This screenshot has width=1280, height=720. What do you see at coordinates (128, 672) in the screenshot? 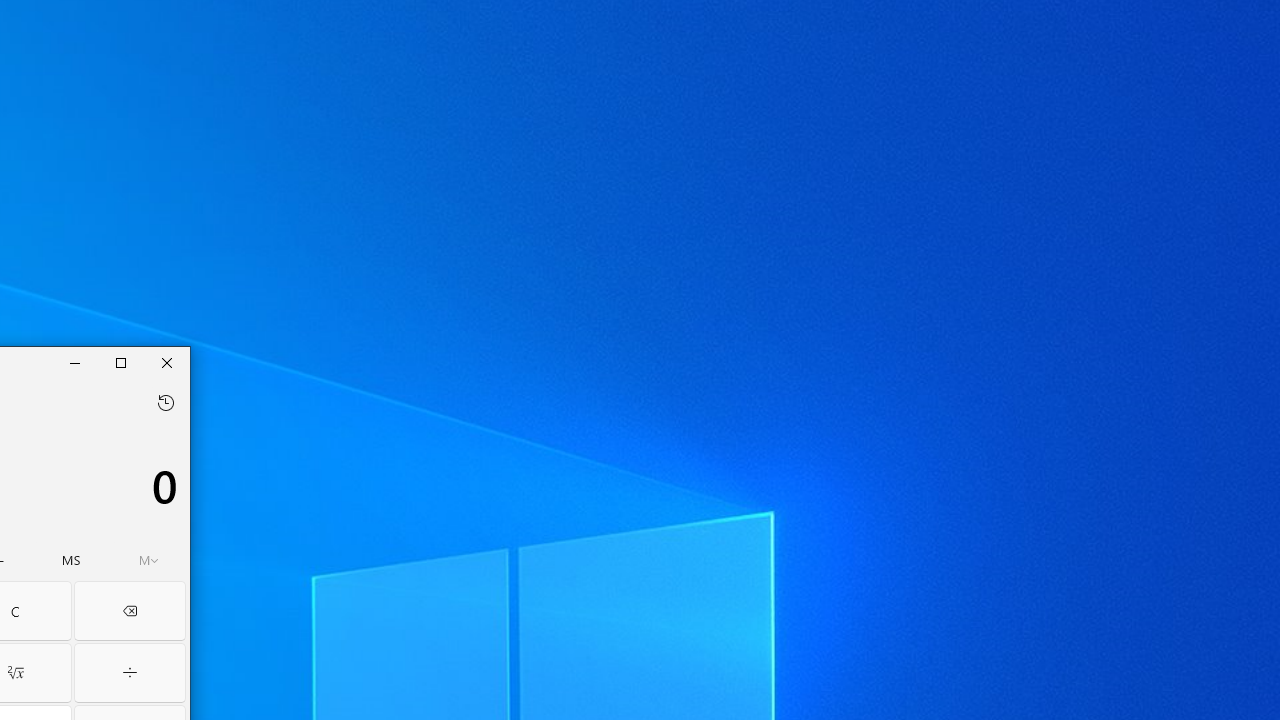
I see `'Divide by'` at bounding box center [128, 672].